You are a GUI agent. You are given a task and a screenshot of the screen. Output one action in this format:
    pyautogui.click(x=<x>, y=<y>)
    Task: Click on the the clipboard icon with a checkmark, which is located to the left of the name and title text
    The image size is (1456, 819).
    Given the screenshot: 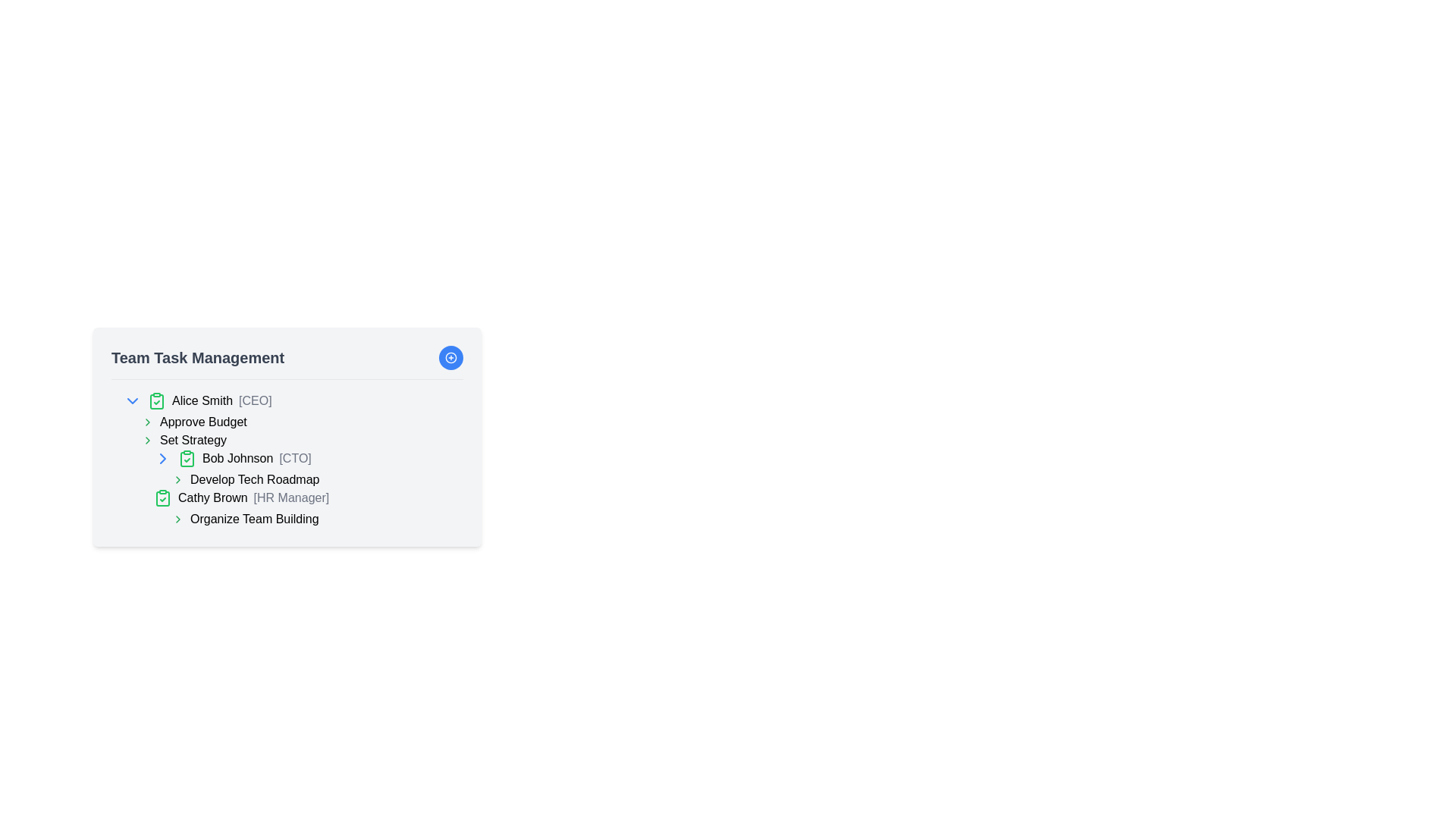 What is the action you would take?
    pyautogui.click(x=186, y=458)
    